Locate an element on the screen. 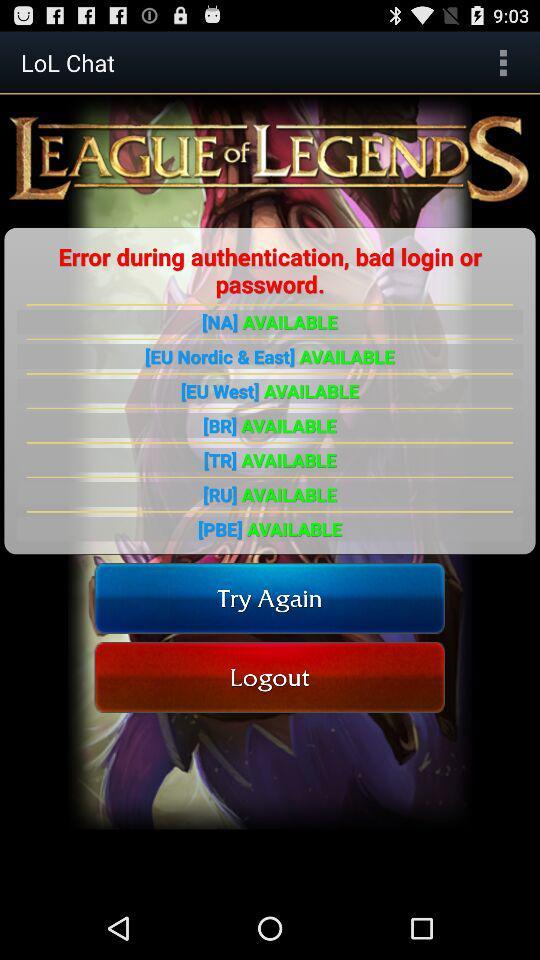 The width and height of the screenshot is (540, 960). logout button is located at coordinates (270, 677).